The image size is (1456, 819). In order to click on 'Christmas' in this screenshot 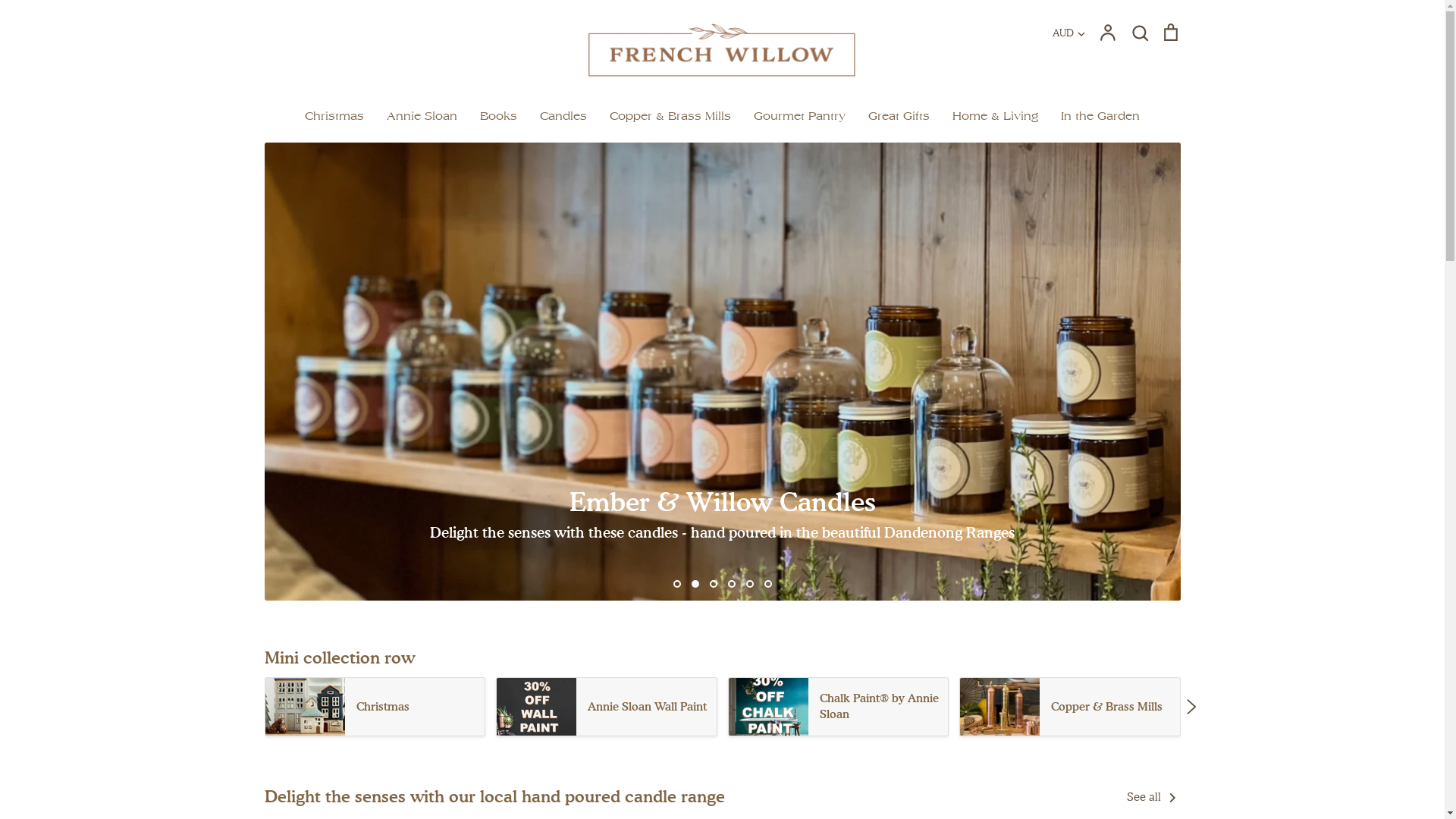, I will do `click(304, 115)`.